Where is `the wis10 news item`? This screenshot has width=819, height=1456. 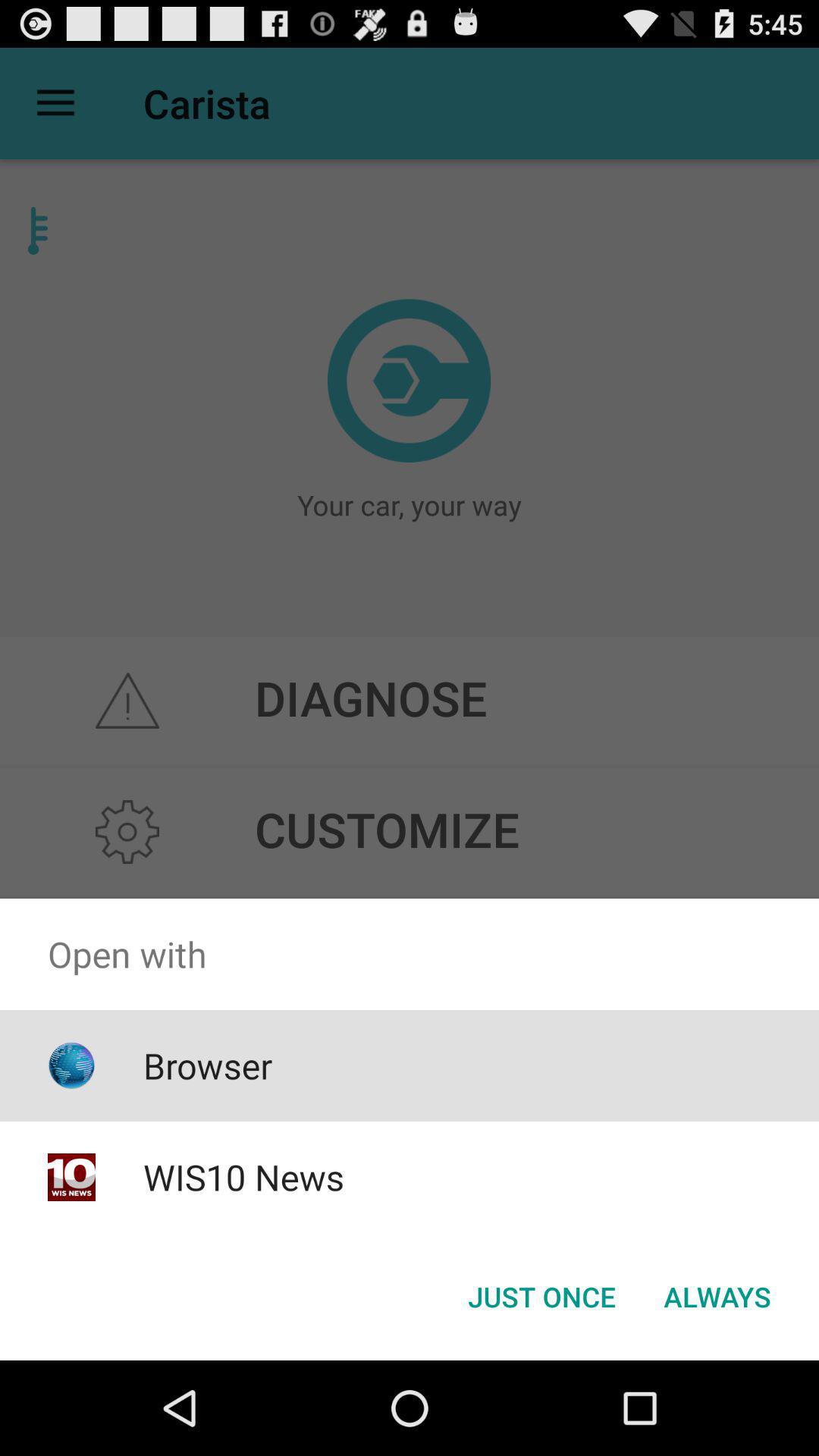
the wis10 news item is located at coordinates (243, 1176).